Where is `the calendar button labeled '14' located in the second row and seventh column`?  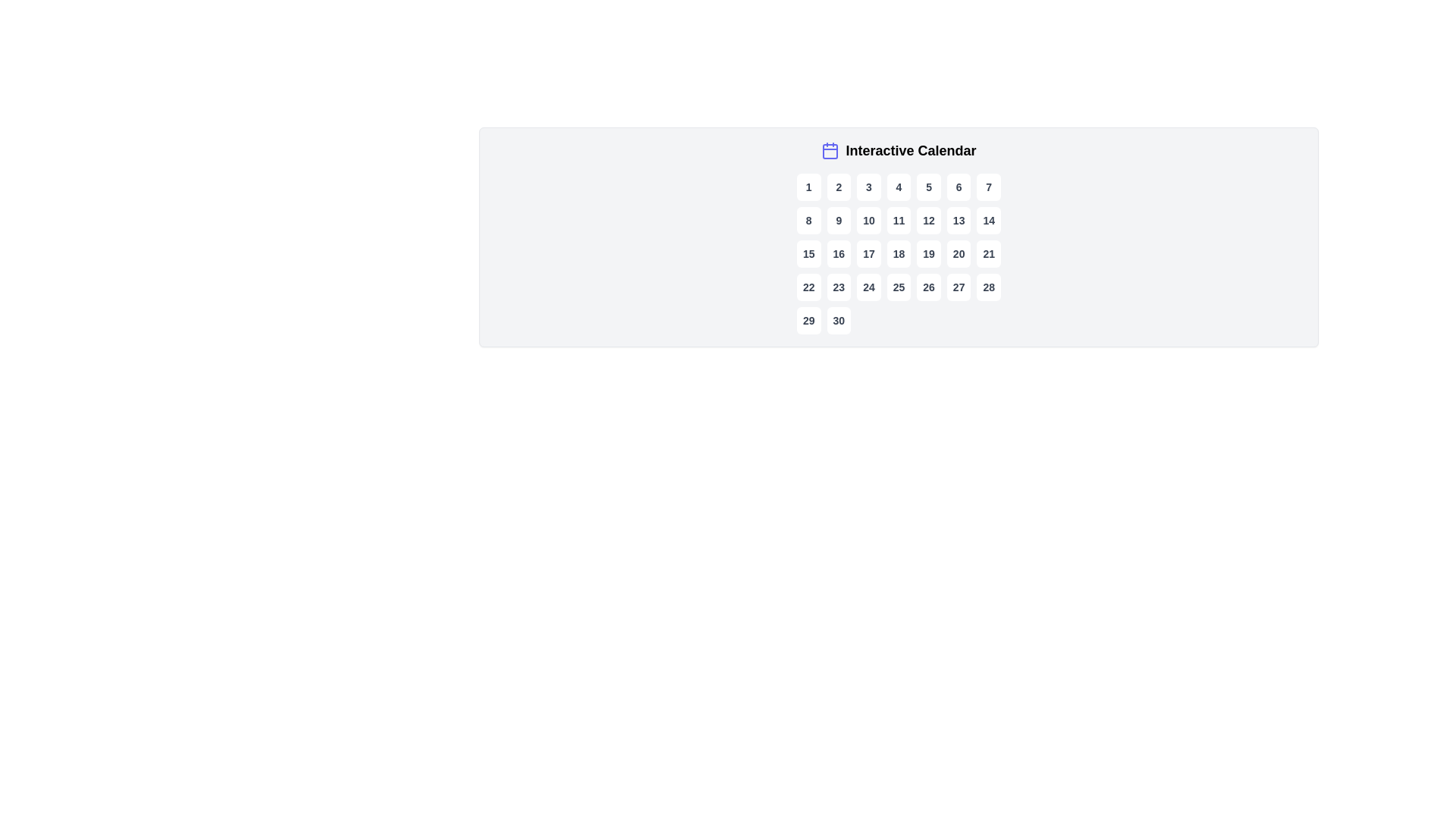 the calendar button labeled '14' located in the second row and seventh column is located at coordinates (989, 220).